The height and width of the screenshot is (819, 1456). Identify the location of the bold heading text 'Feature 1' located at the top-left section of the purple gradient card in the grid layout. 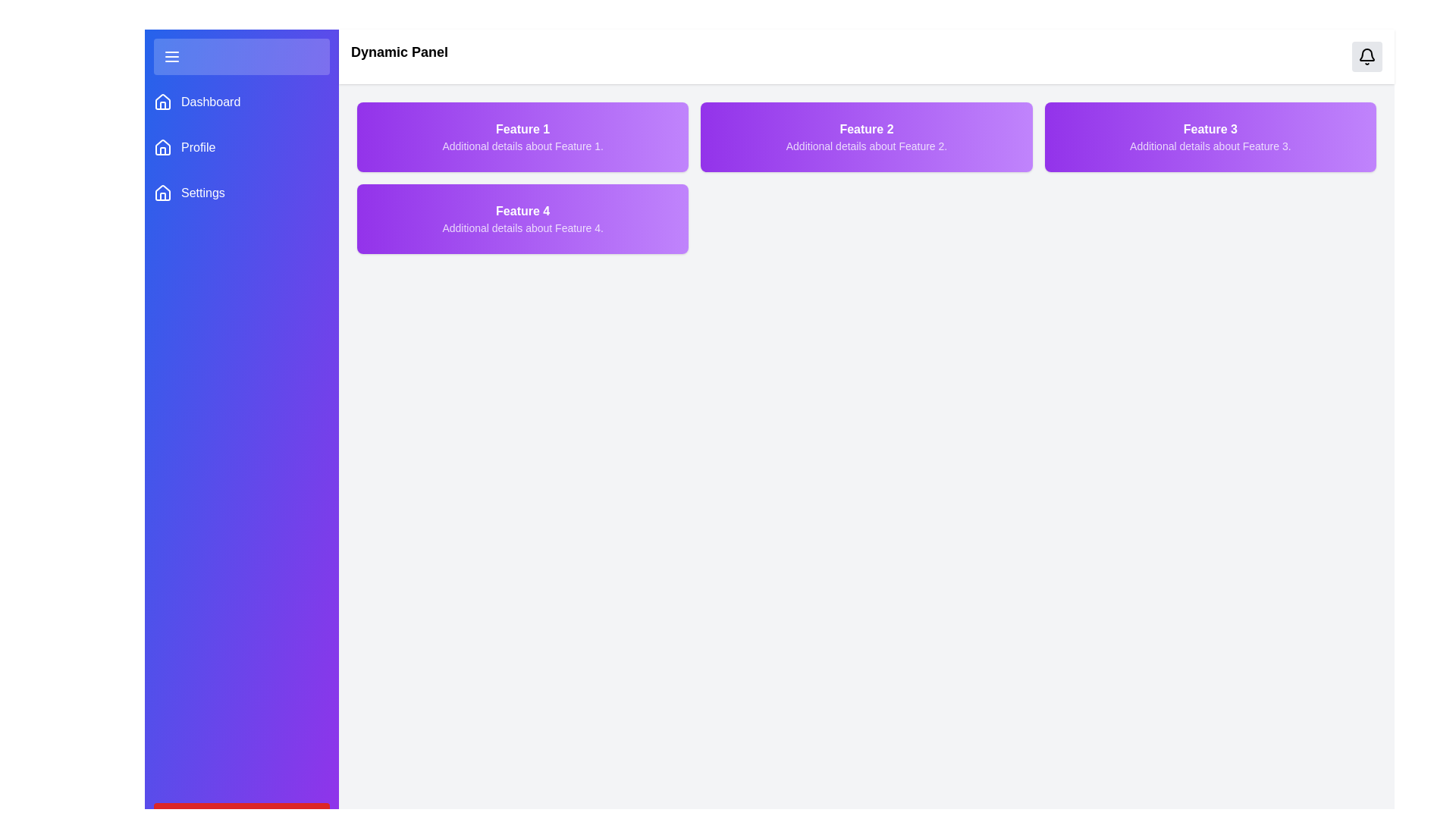
(522, 128).